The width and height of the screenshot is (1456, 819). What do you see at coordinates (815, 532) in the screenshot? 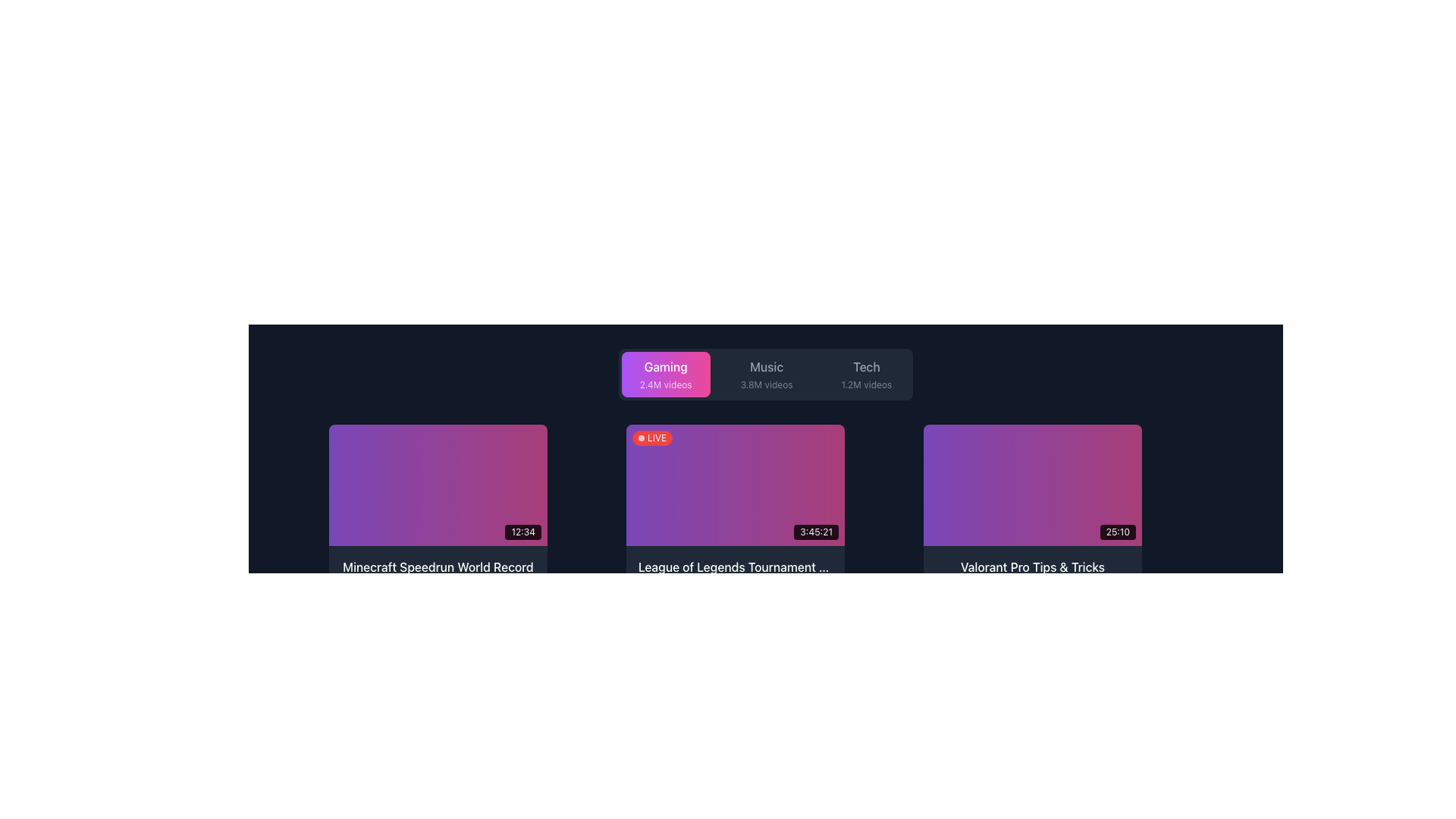
I see `the timestamp displayed in the bold white font on a solid black background, located in the bottom-right corner of the middle card in the row of three cards` at bounding box center [815, 532].